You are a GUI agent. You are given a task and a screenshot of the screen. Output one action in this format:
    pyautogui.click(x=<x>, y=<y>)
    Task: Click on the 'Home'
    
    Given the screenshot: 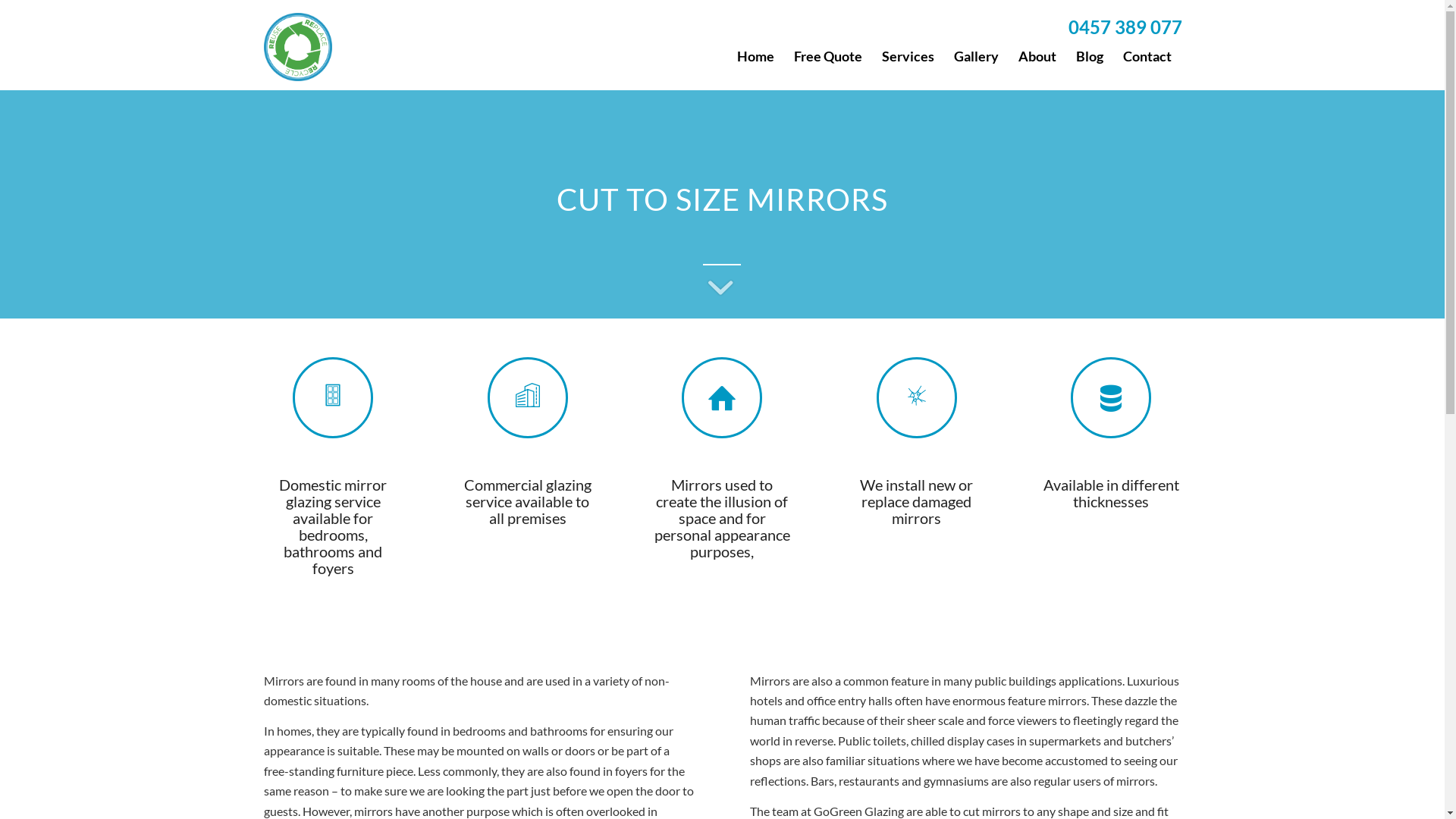 What is the action you would take?
    pyautogui.click(x=755, y=55)
    